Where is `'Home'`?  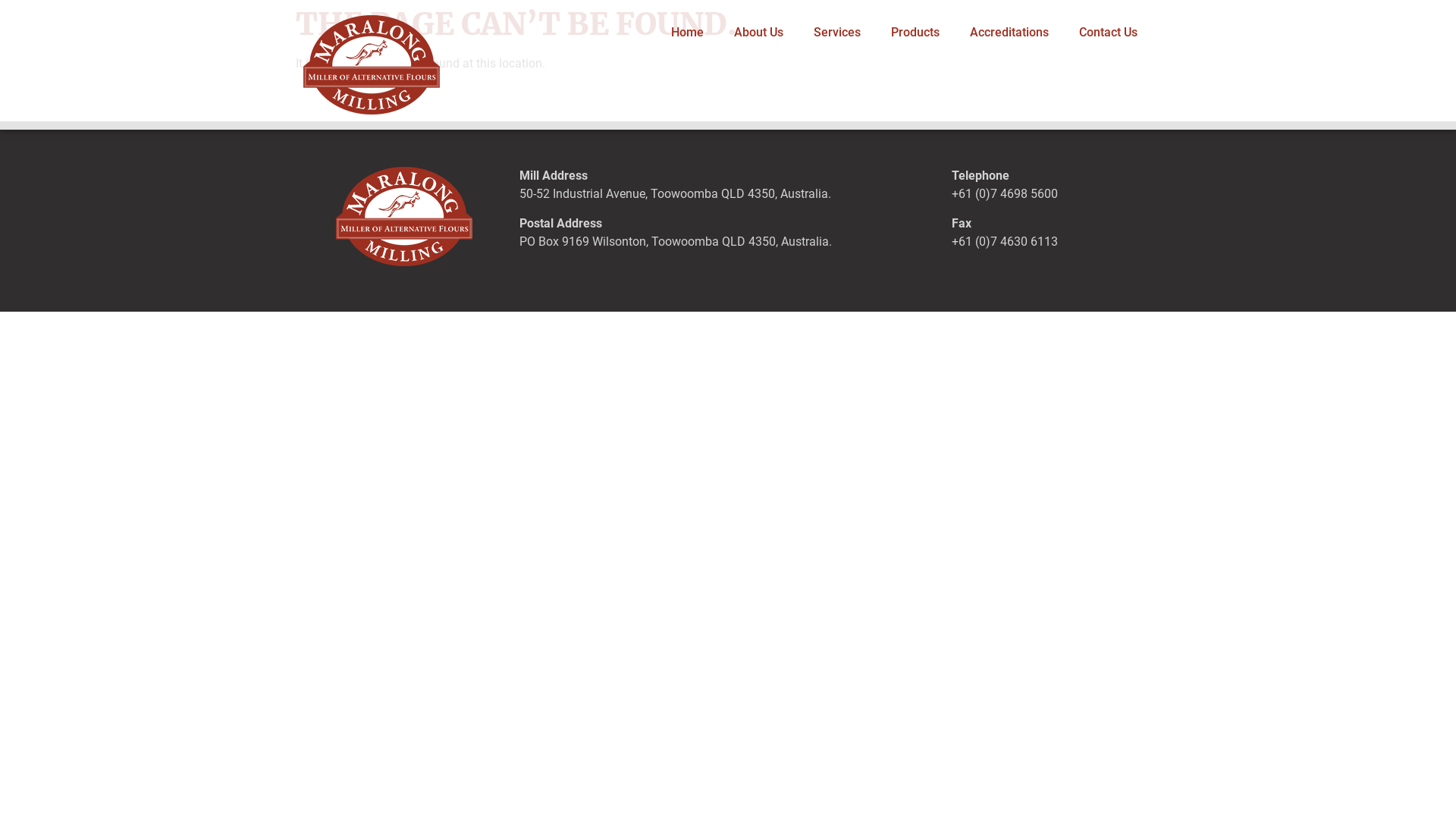 'Home' is located at coordinates (655, 32).